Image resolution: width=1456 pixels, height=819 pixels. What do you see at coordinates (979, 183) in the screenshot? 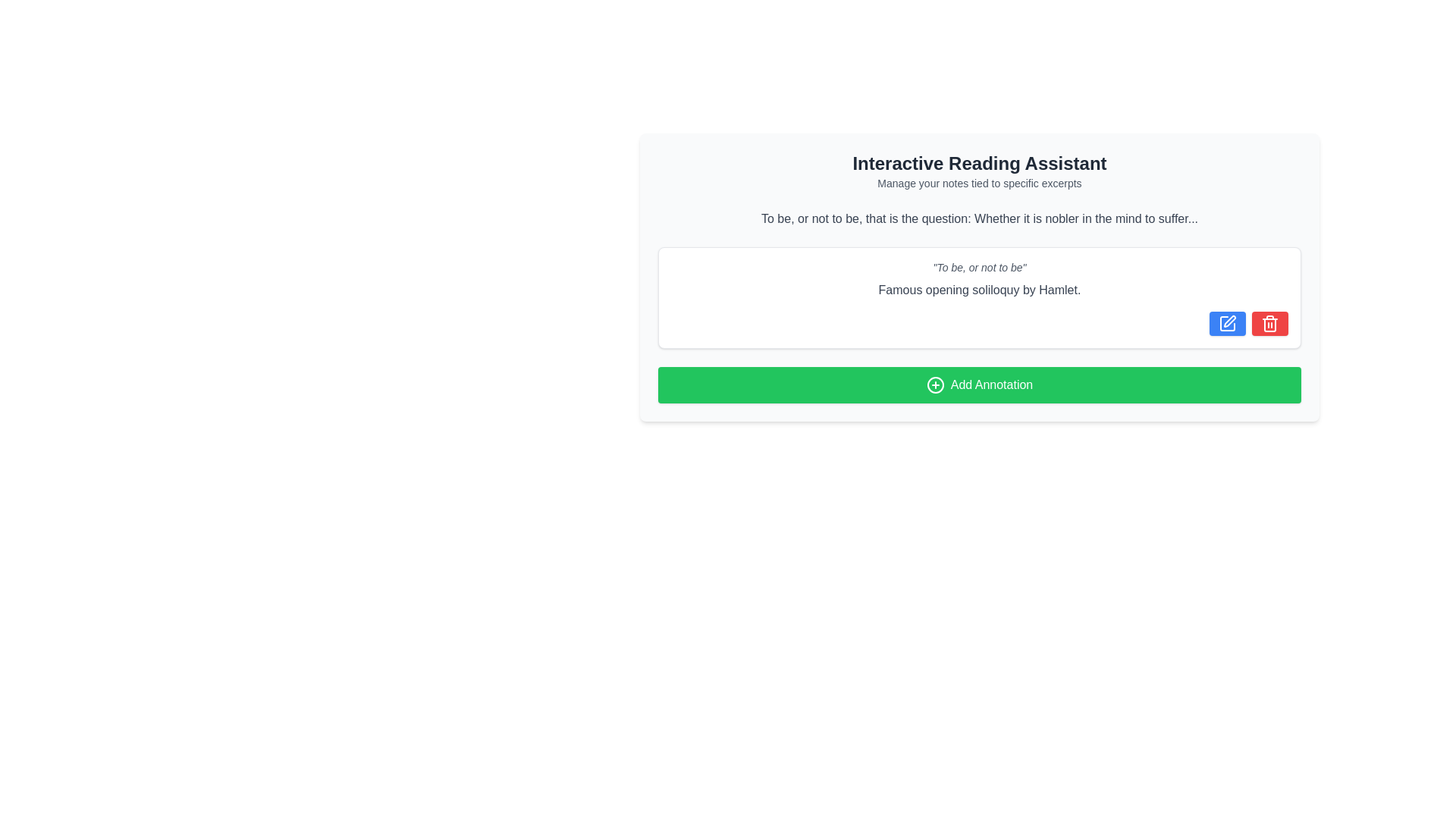
I see `the static text displaying 'Manage your notes tied to specific excerpts', which is located below the title 'Interactive Reading Assistant'` at bounding box center [979, 183].